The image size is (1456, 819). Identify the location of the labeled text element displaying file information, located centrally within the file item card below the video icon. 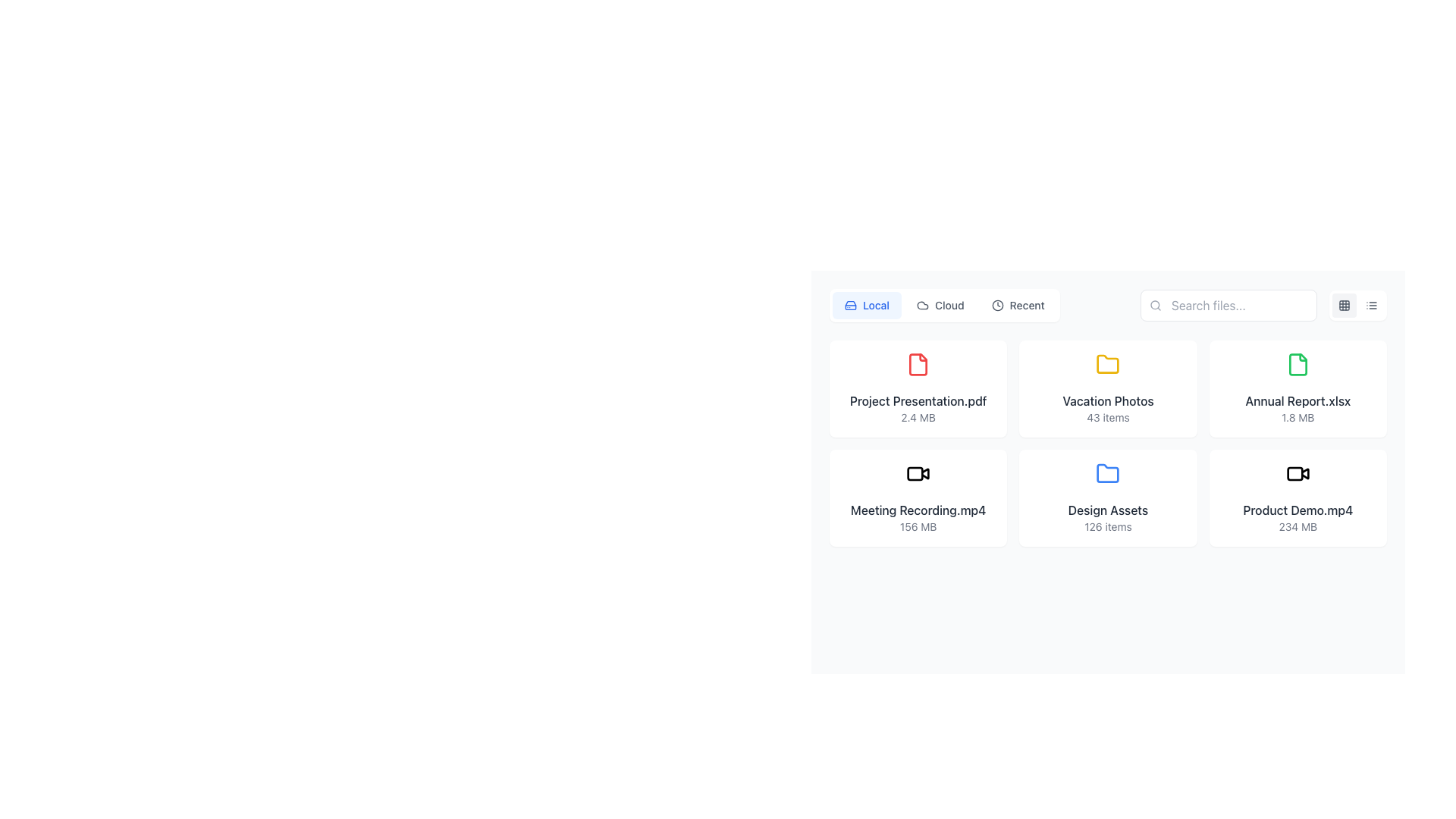
(918, 516).